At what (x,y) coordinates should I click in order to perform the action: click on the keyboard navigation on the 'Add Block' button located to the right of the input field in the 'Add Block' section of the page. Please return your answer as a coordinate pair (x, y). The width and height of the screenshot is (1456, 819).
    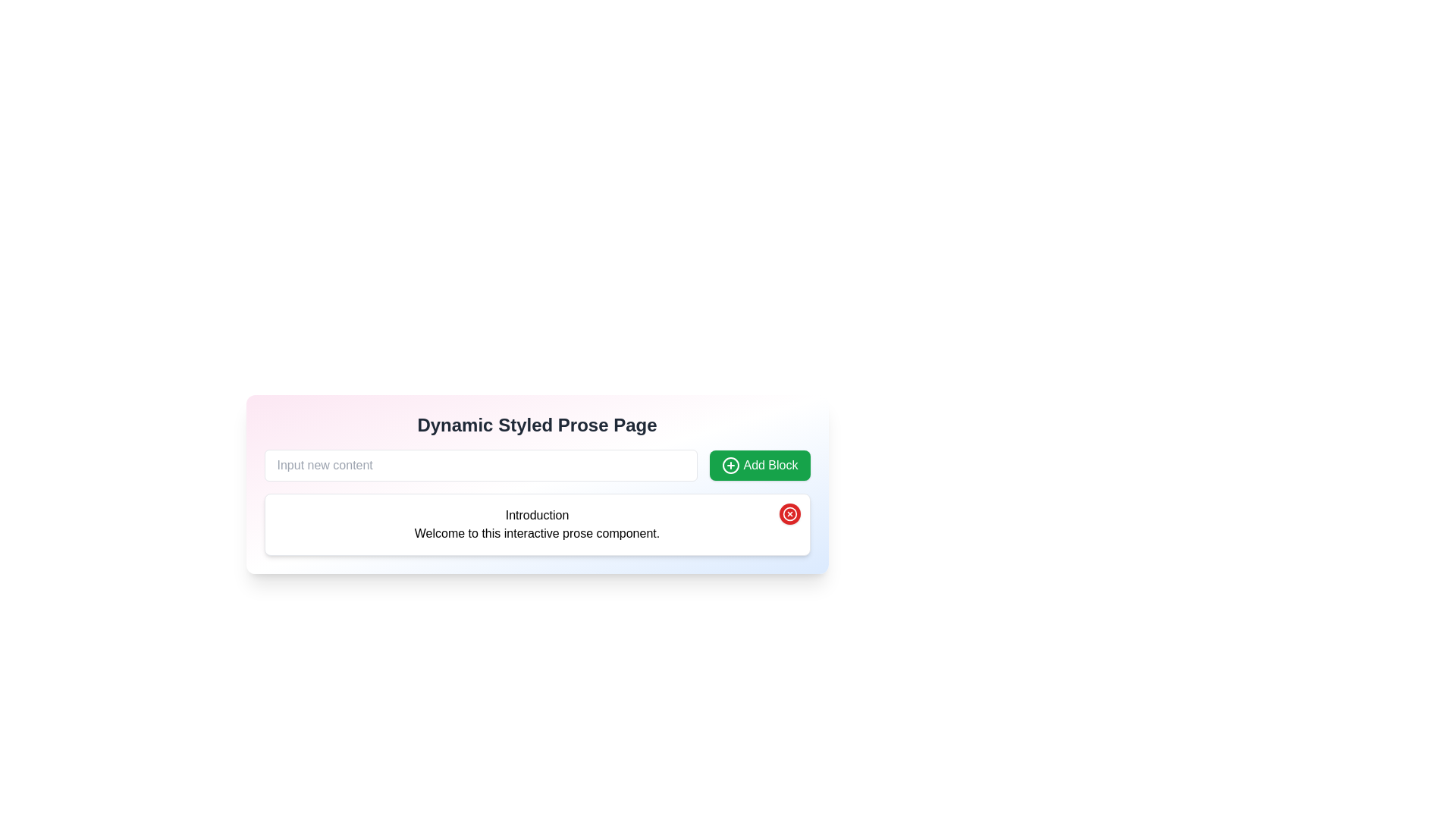
    Looking at the image, I should click on (760, 464).